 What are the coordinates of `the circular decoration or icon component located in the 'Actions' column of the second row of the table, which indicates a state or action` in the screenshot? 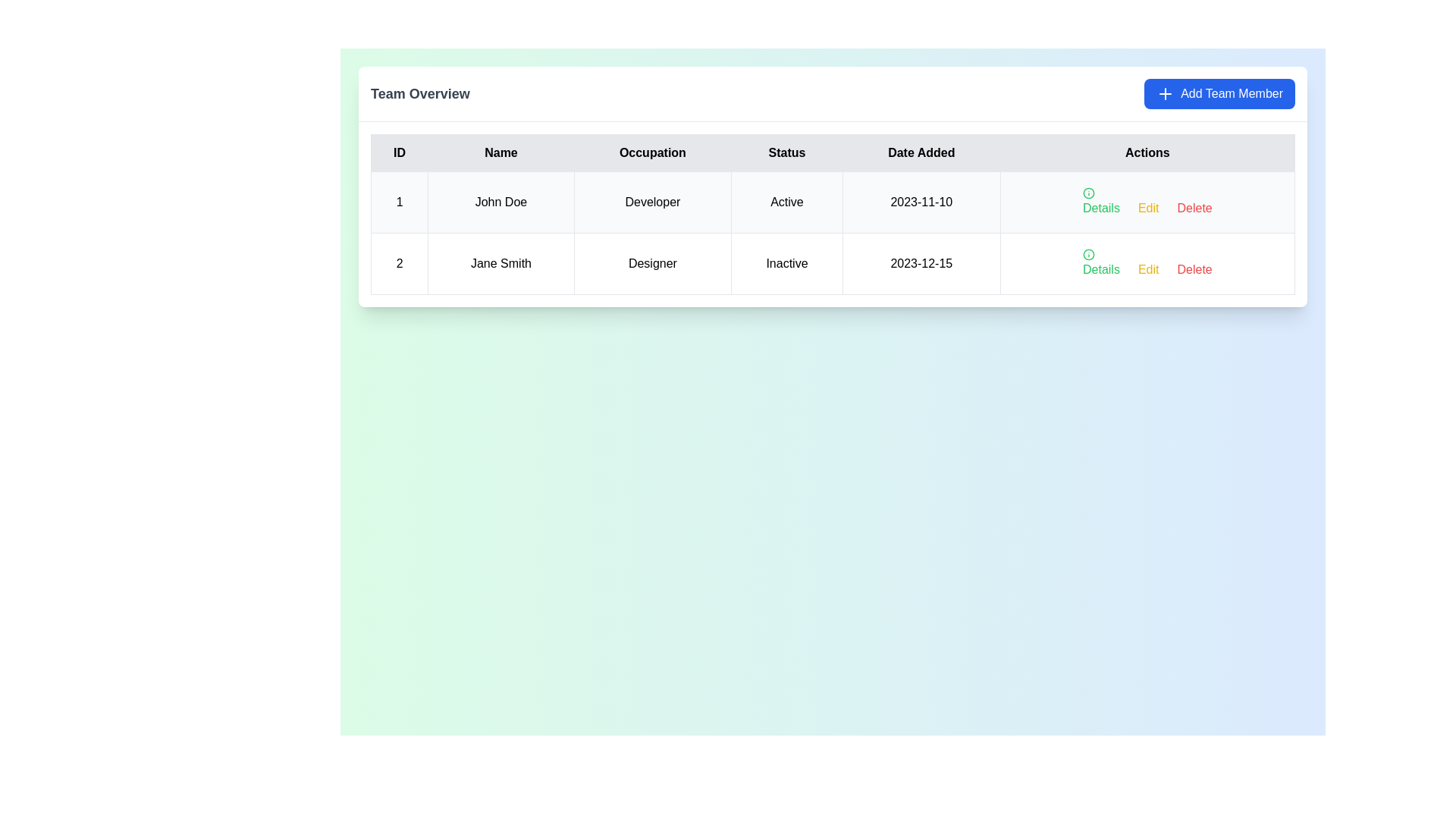 It's located at (1087, 253).